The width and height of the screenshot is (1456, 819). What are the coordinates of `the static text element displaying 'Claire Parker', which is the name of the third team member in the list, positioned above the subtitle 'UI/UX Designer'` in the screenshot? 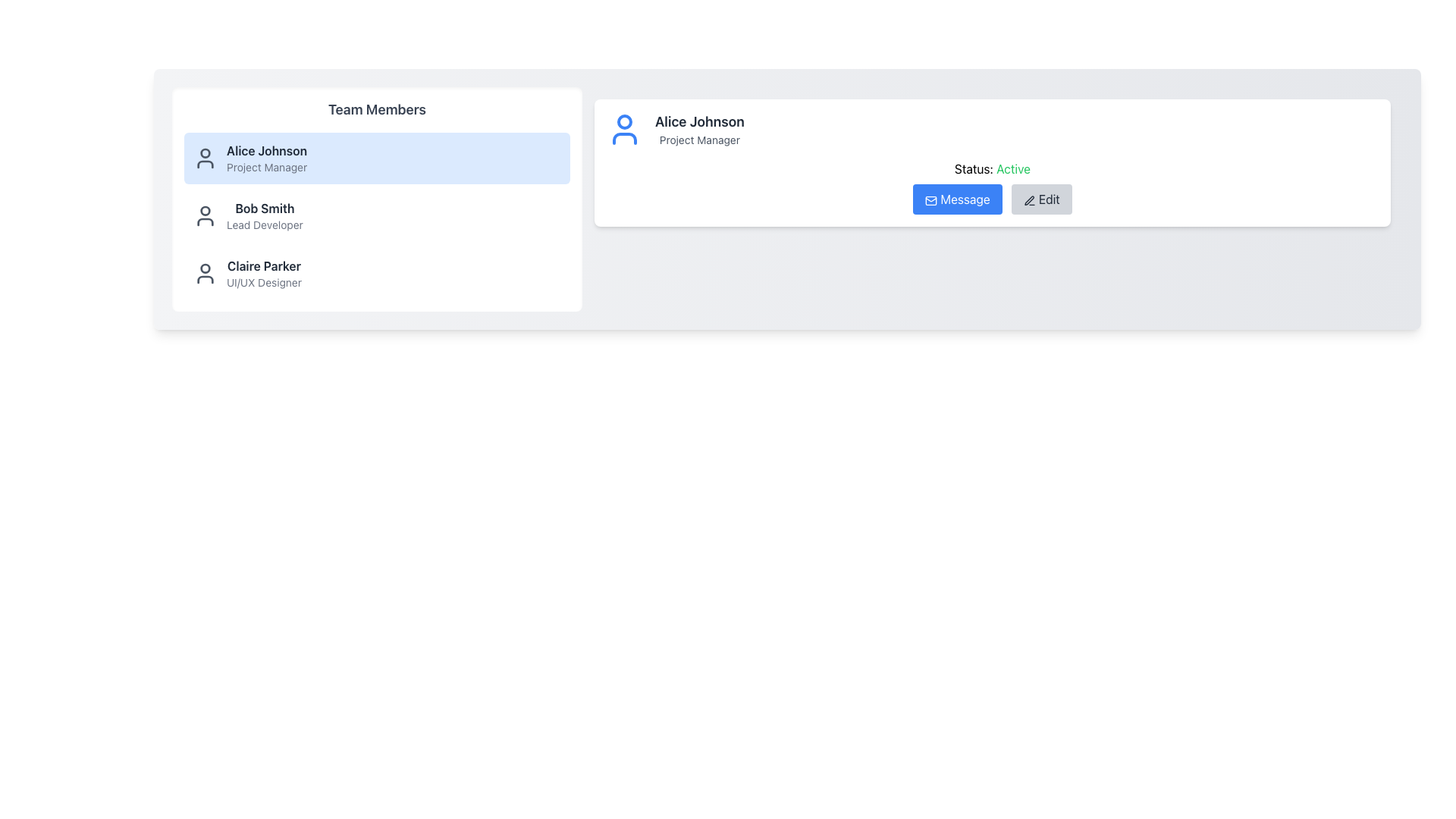 It's located at (264, 265).